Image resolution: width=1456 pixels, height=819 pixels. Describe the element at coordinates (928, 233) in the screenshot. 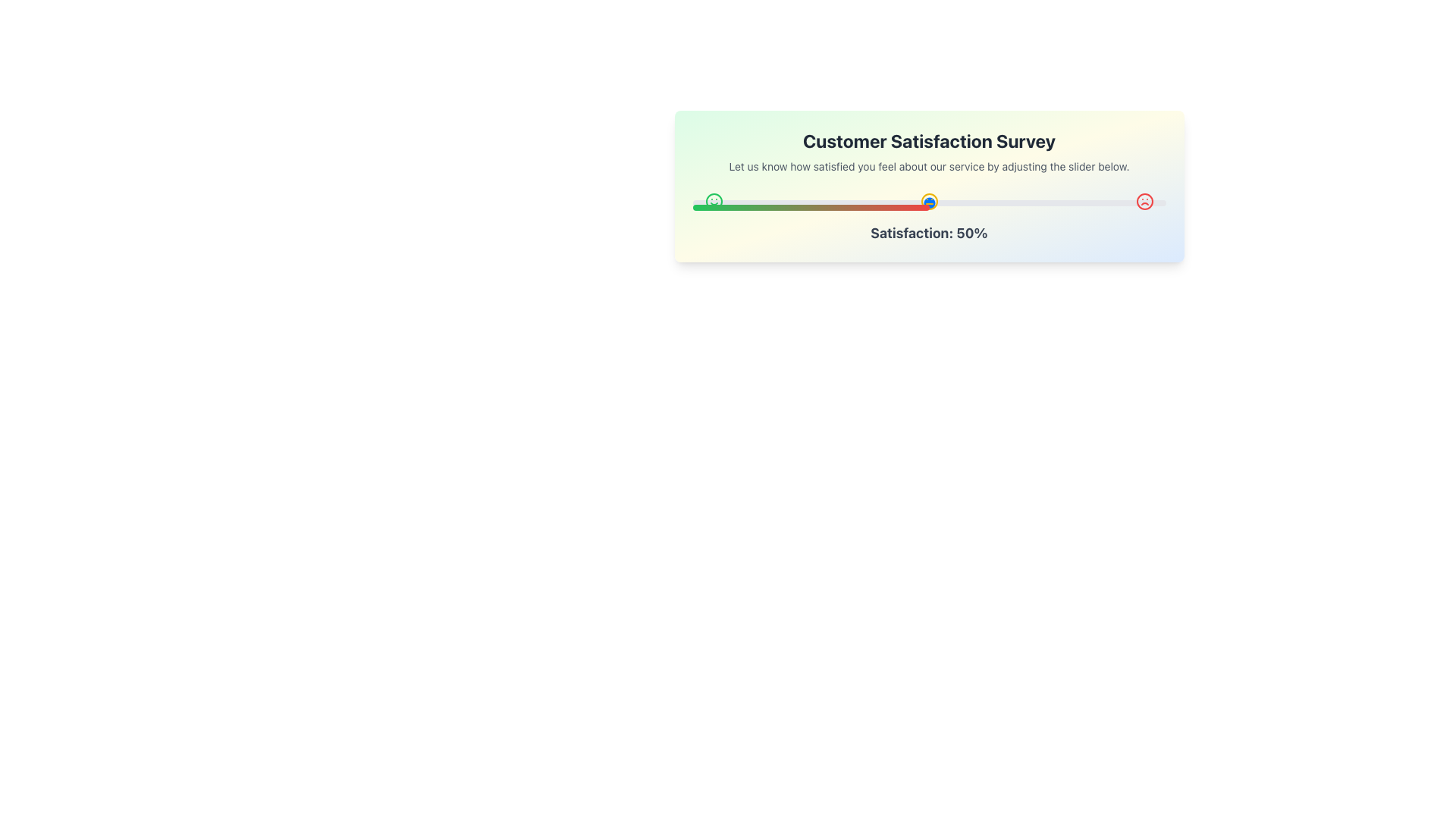

I see `the text element displaying 'Satisfaction: 50%' which is bold and gray, located beneath the slider in the 'Customer Satisfaction Survey' interface` at that location.